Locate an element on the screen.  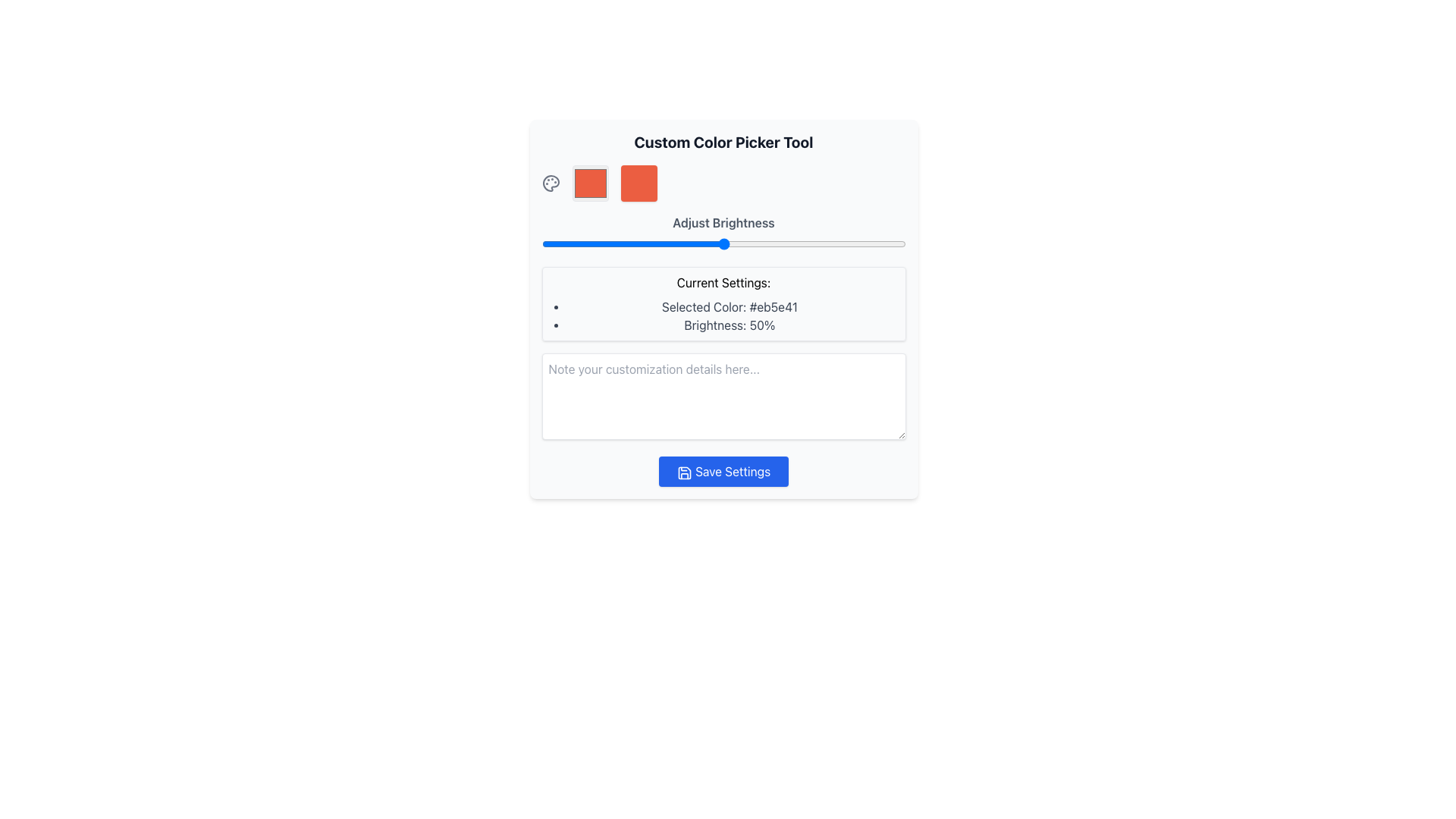
the save settings icon located to the left of the 'Save Settings' button at the bottom-center of the interface is located at coordinates (683, 472).